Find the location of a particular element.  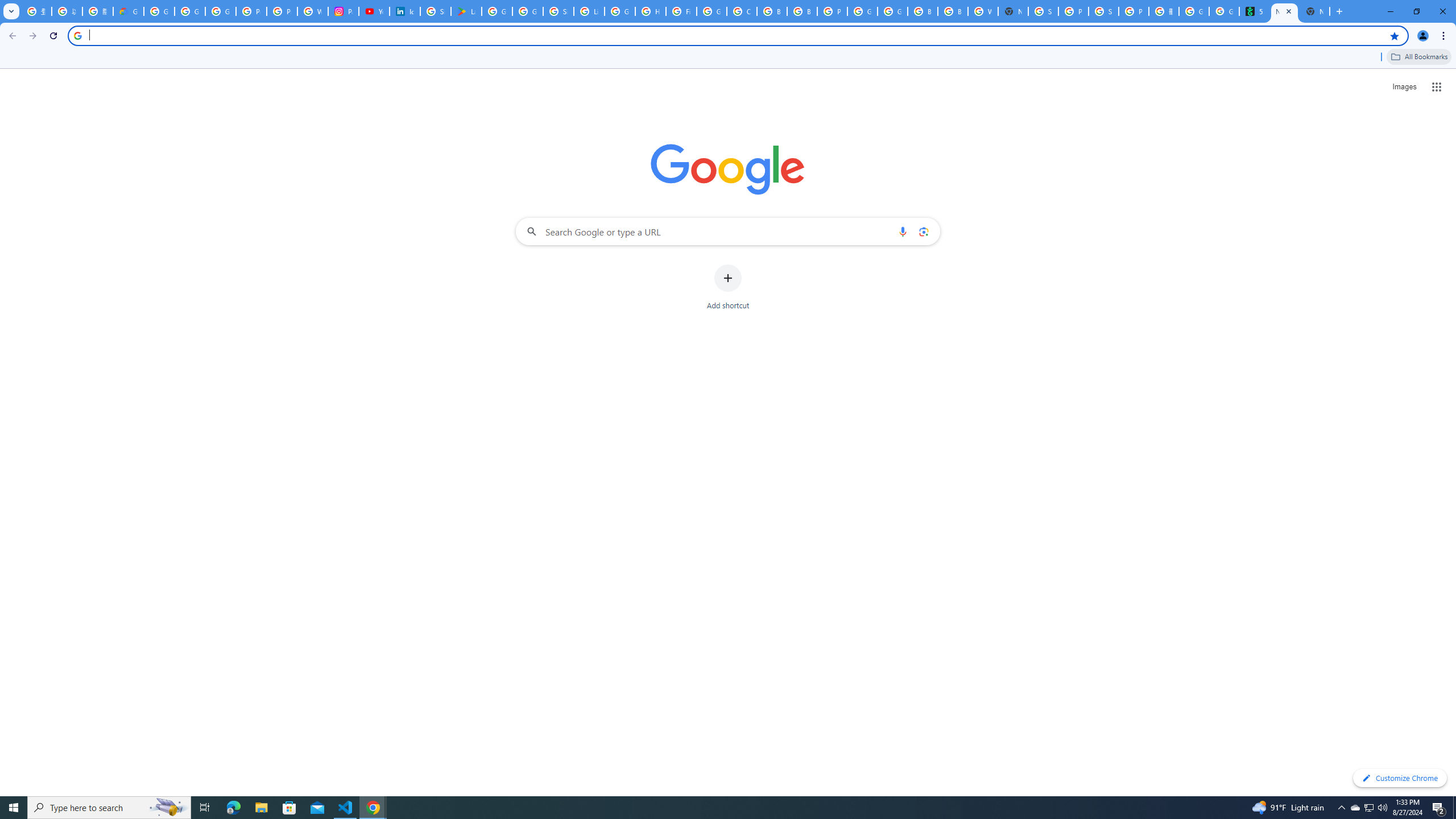

'How do I create a new Google Account? - Google Account Help' is located at coordinates (651, 11).